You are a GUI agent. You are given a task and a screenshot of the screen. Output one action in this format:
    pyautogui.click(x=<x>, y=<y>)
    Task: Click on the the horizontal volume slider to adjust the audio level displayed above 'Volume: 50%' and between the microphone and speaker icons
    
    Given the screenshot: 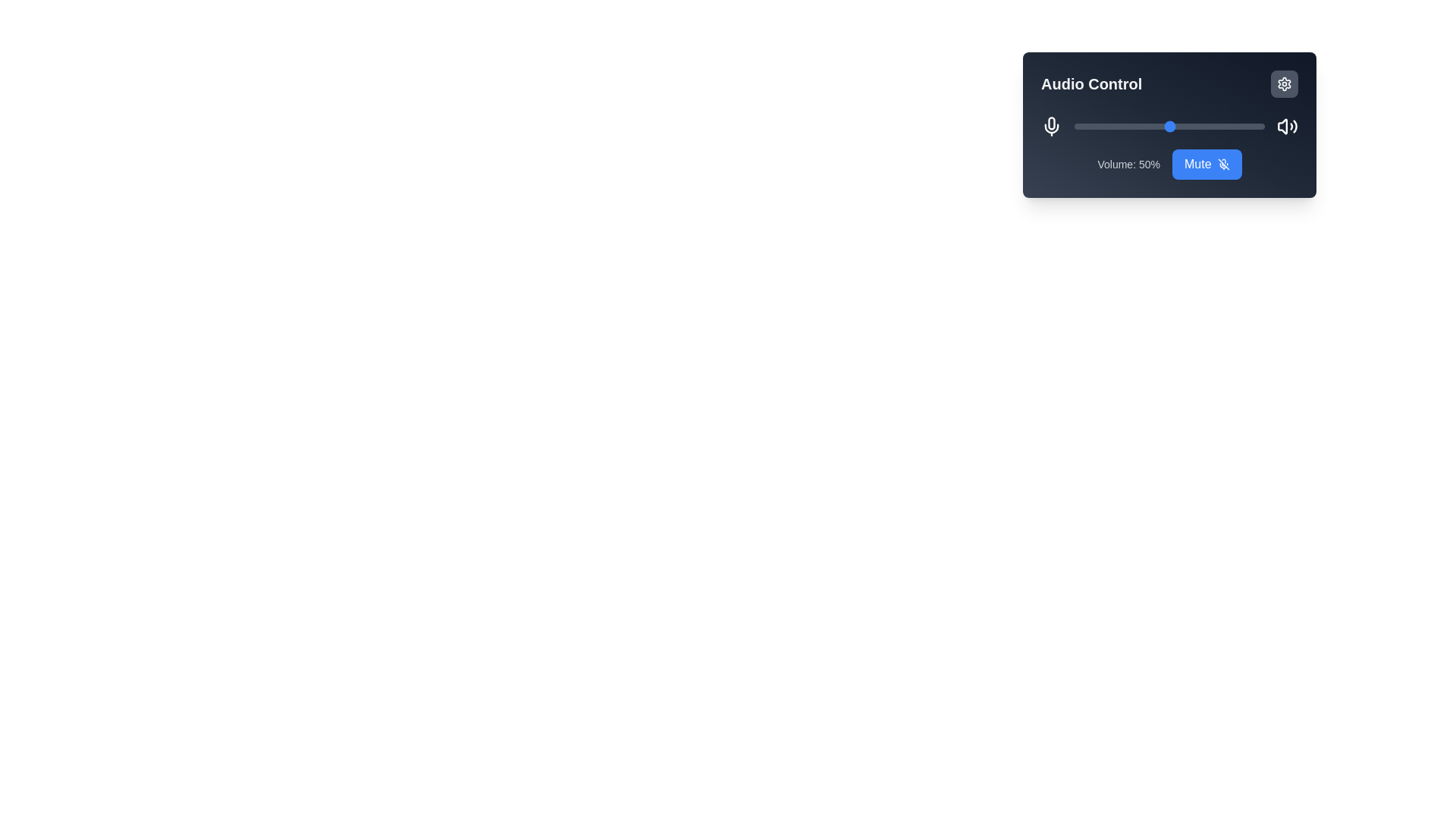 What is the action you would take?
    pyautogui.click(x=1169, y=124)
    